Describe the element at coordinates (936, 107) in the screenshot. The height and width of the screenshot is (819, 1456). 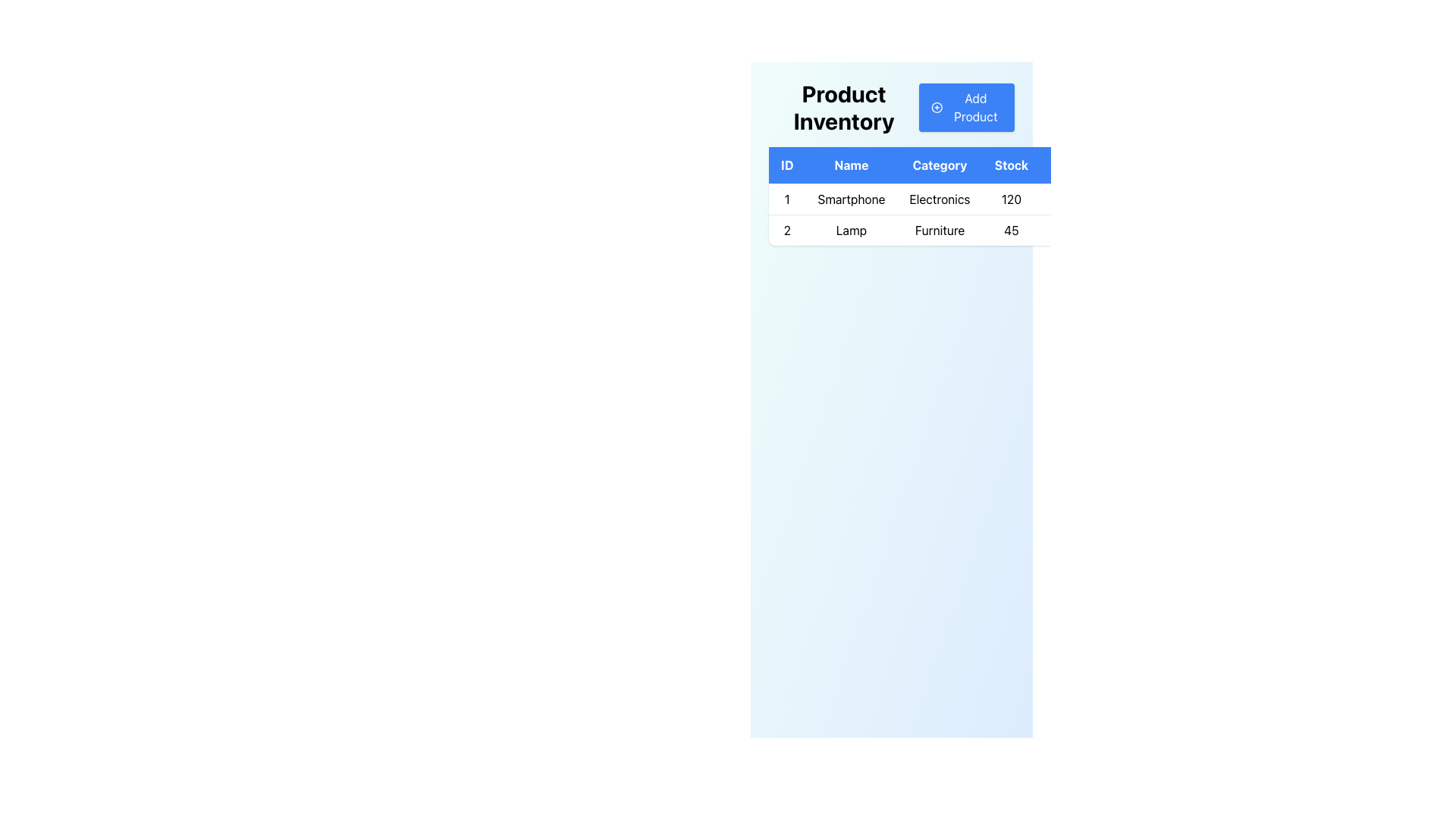
I see `the circular icon located to the left of the 'Add Product' button in the top-right corner of the interface` at that location.